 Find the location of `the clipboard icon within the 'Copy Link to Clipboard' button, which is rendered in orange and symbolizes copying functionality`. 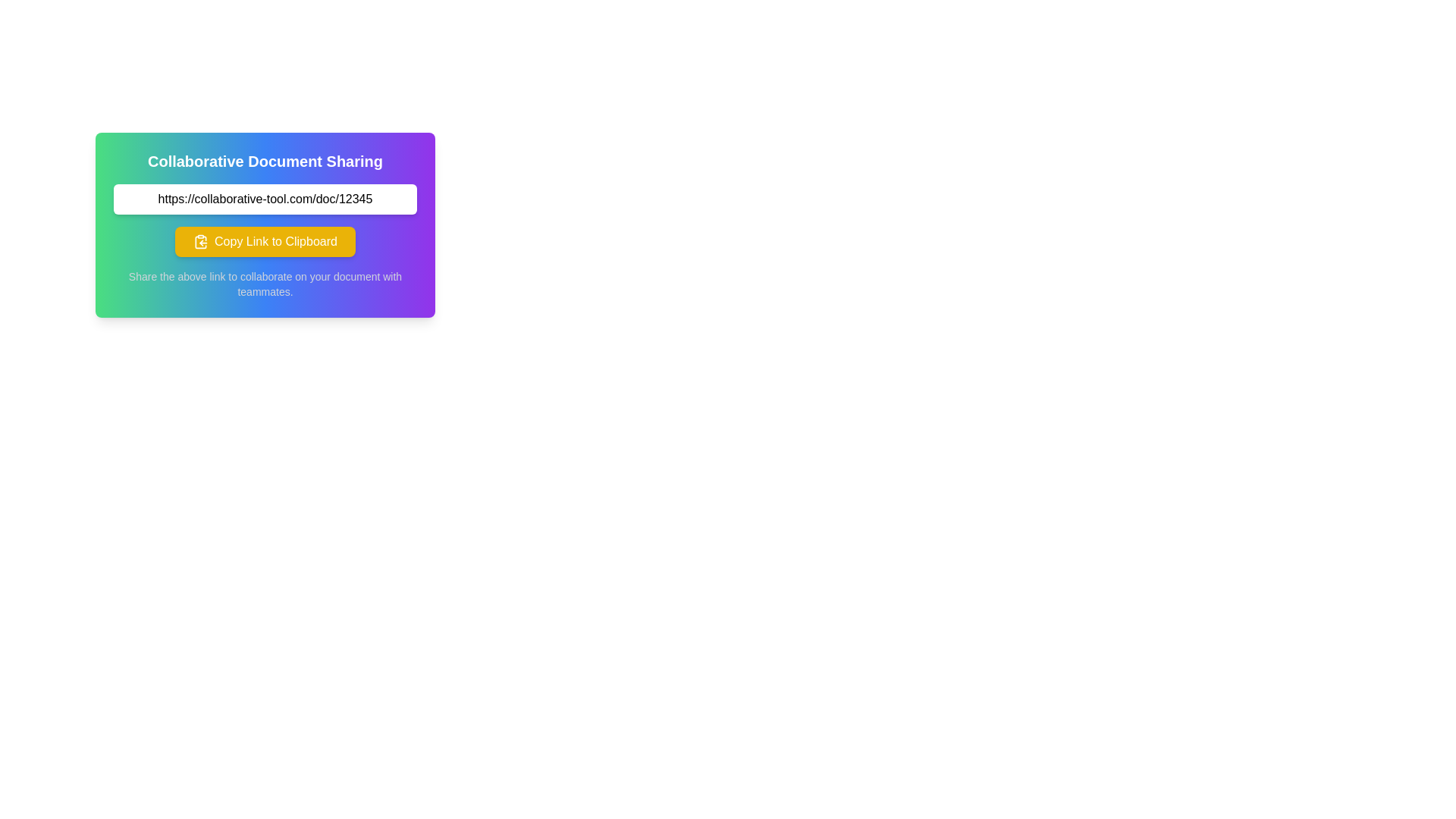

the clipboard icon within the 'Copy Link to Clipboard' button, which is rendered in orange and symbolizes copying functionality is located at coordinates (200, 241).